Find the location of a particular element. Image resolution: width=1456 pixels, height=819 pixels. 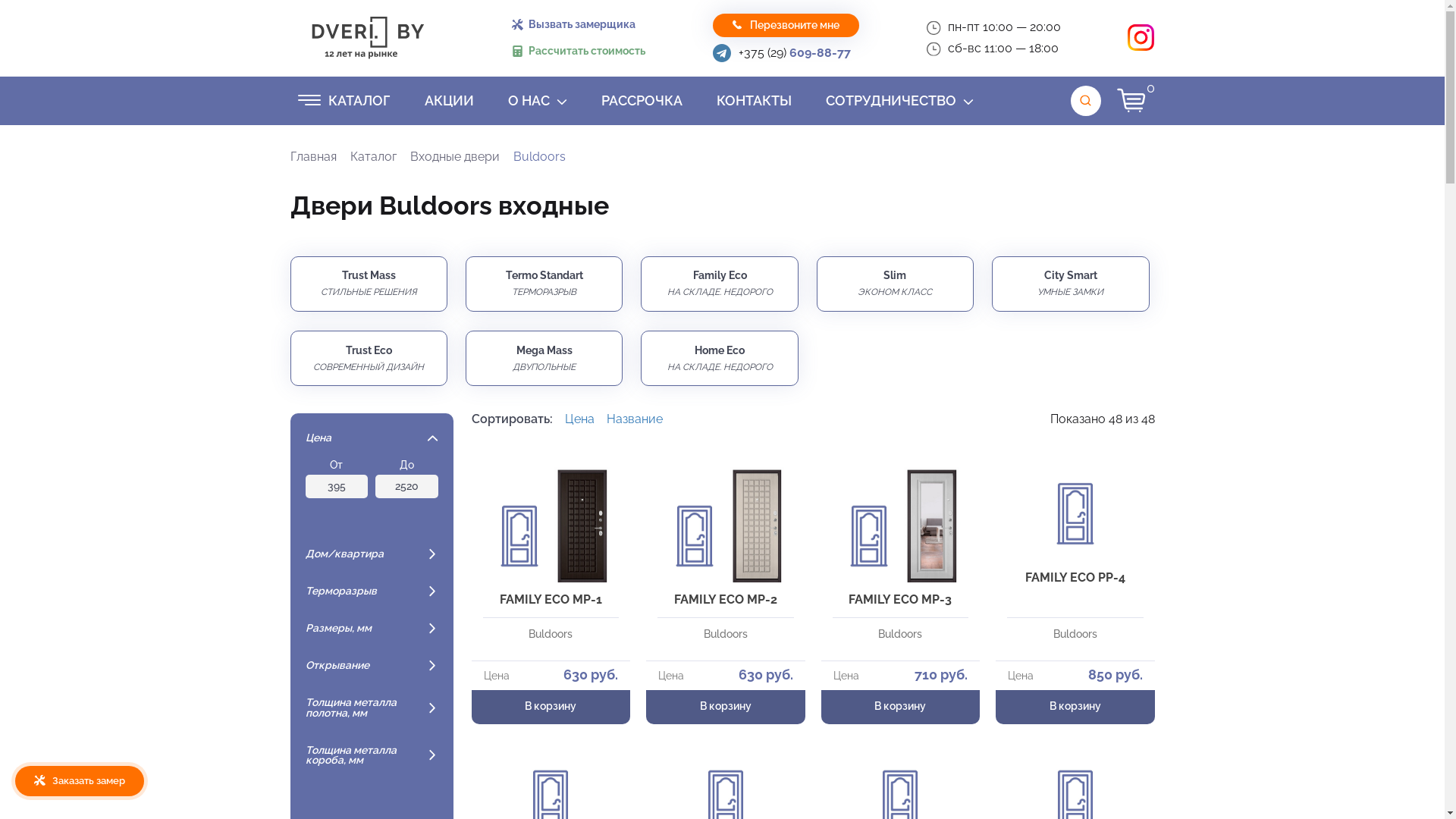

'FAMILY ECO PP-4' is located at coordinates (1074, 541).